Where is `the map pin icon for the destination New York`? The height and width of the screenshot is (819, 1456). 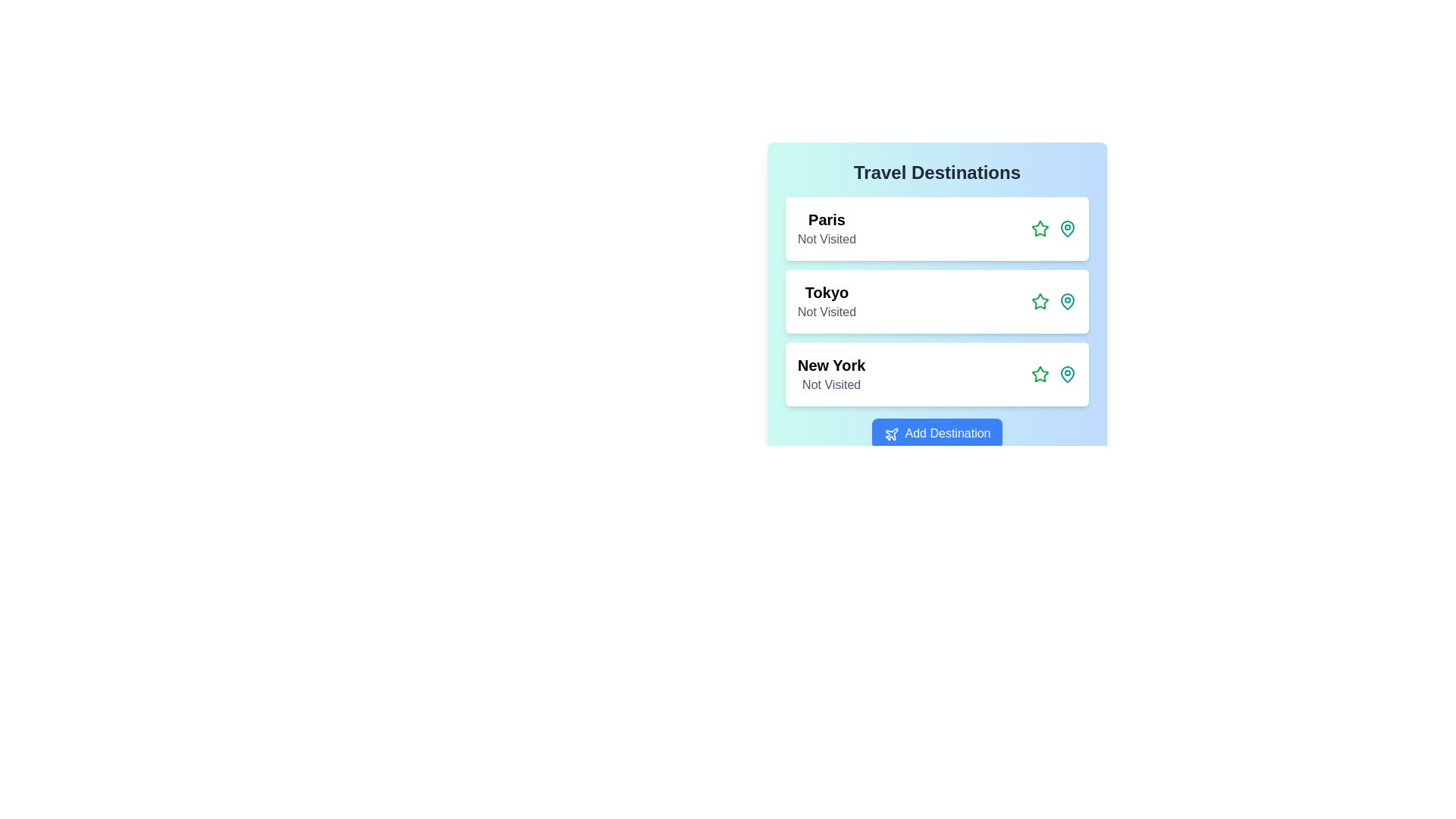
the map pin icon for the destination New York is located at coordinates (1066, 374).